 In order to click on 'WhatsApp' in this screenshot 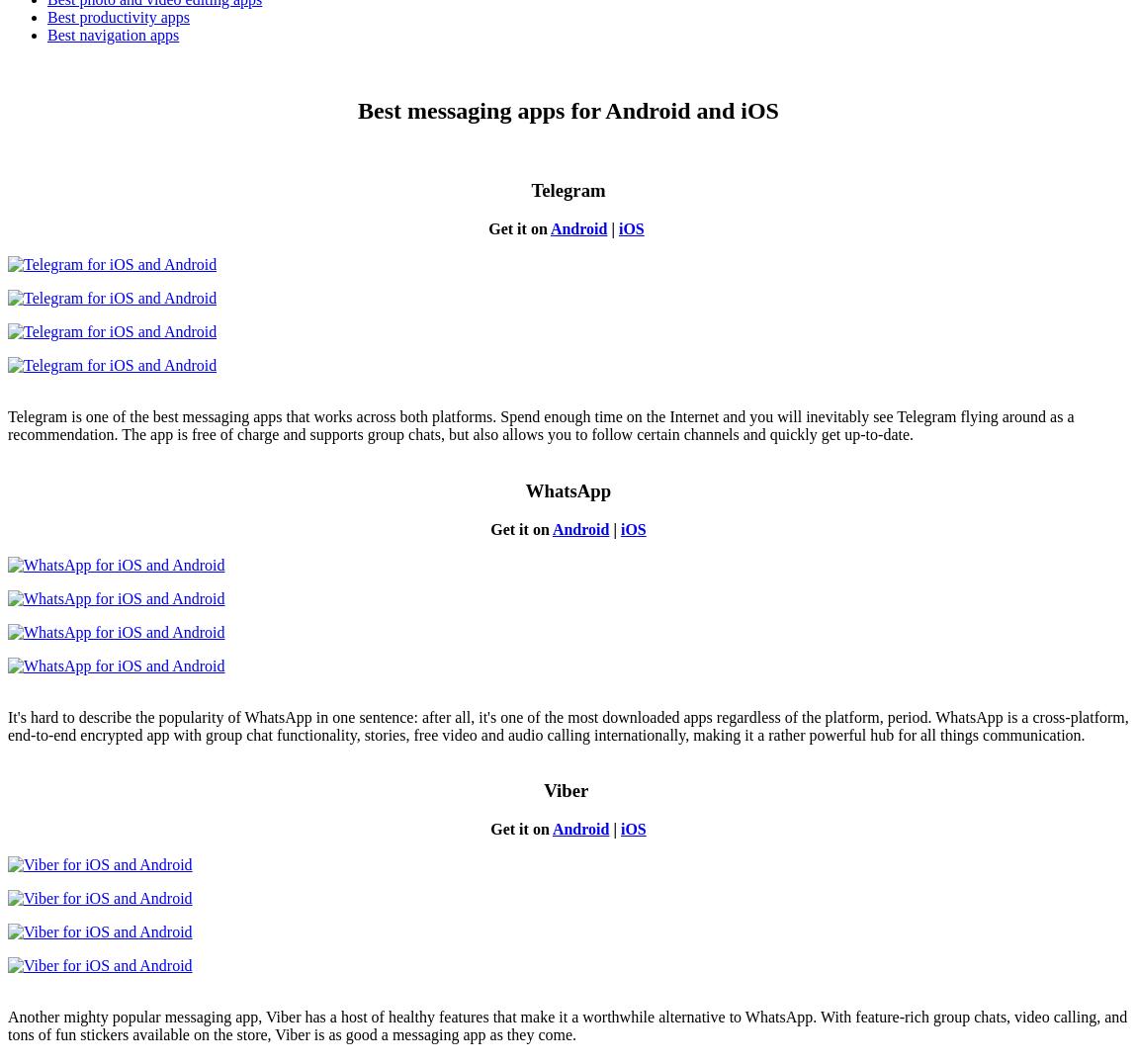, I will do `click(568, 489)`.